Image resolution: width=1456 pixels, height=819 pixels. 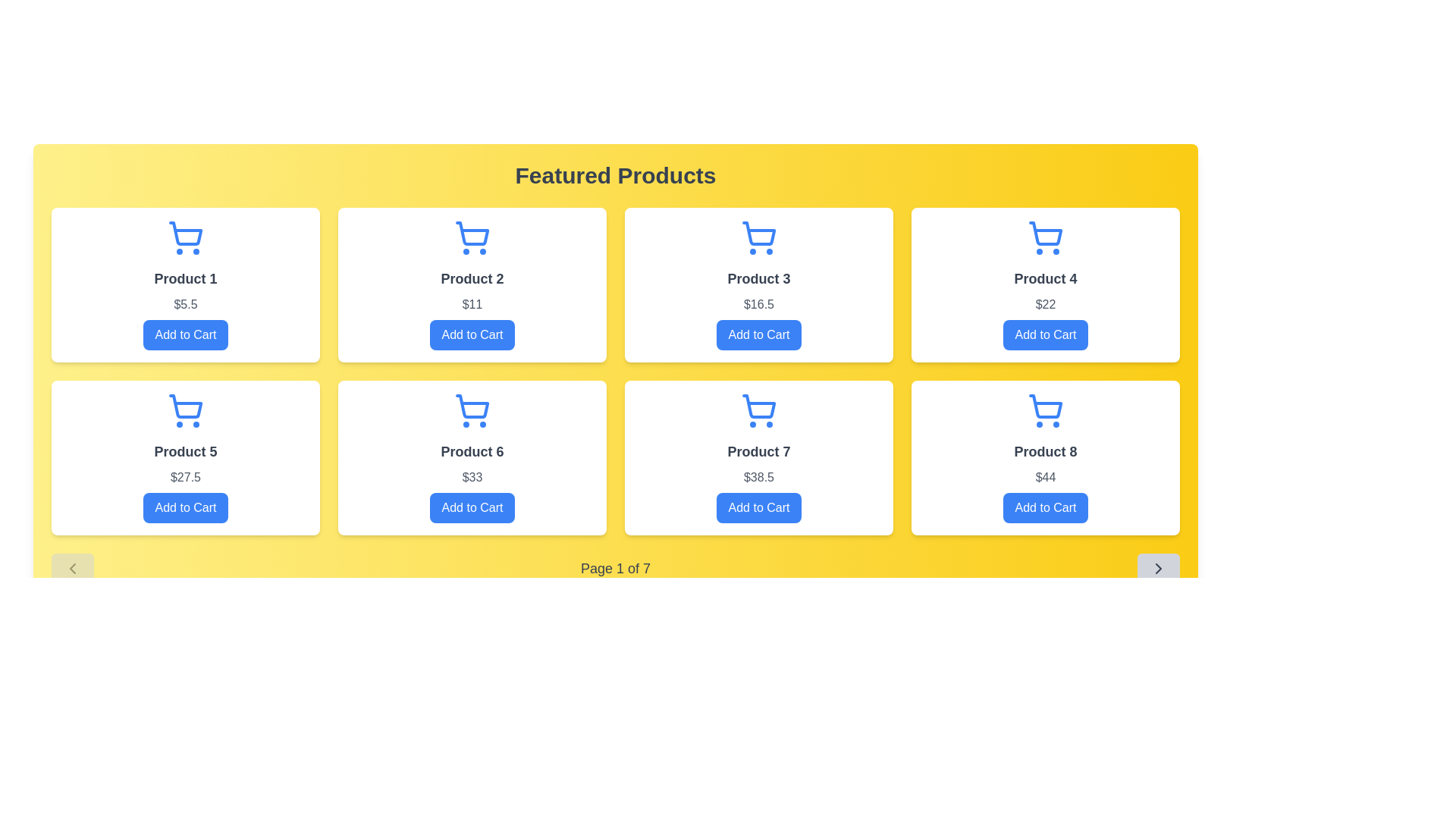 I want to click on details of the 'Product 7' card, which includes its name and price, located in the second row and third column of the grid layout, so click(x=759, y=457).